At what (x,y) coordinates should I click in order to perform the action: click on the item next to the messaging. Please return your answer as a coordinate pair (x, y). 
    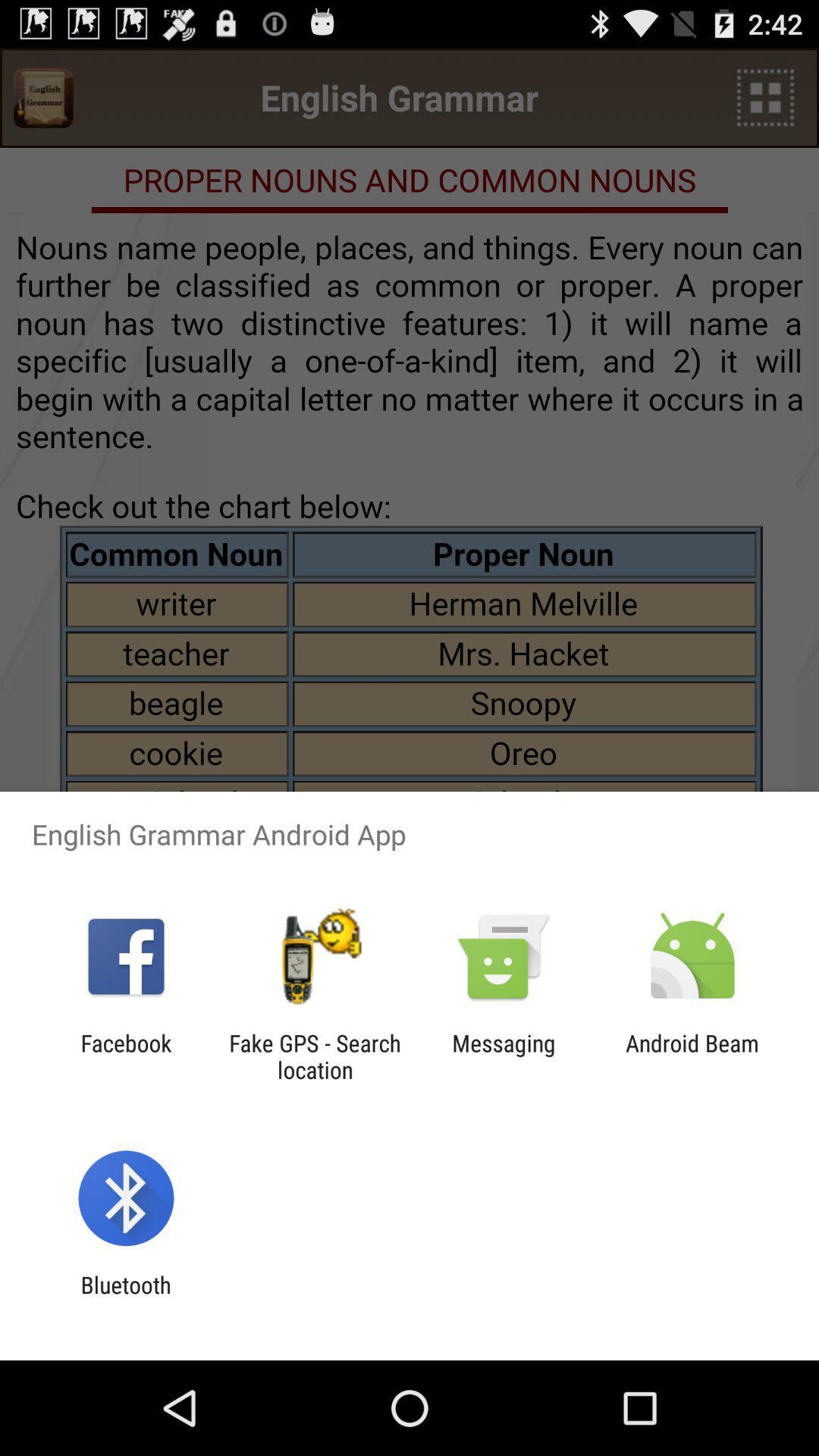
    Looking at the image, I should click on (692, 1056).